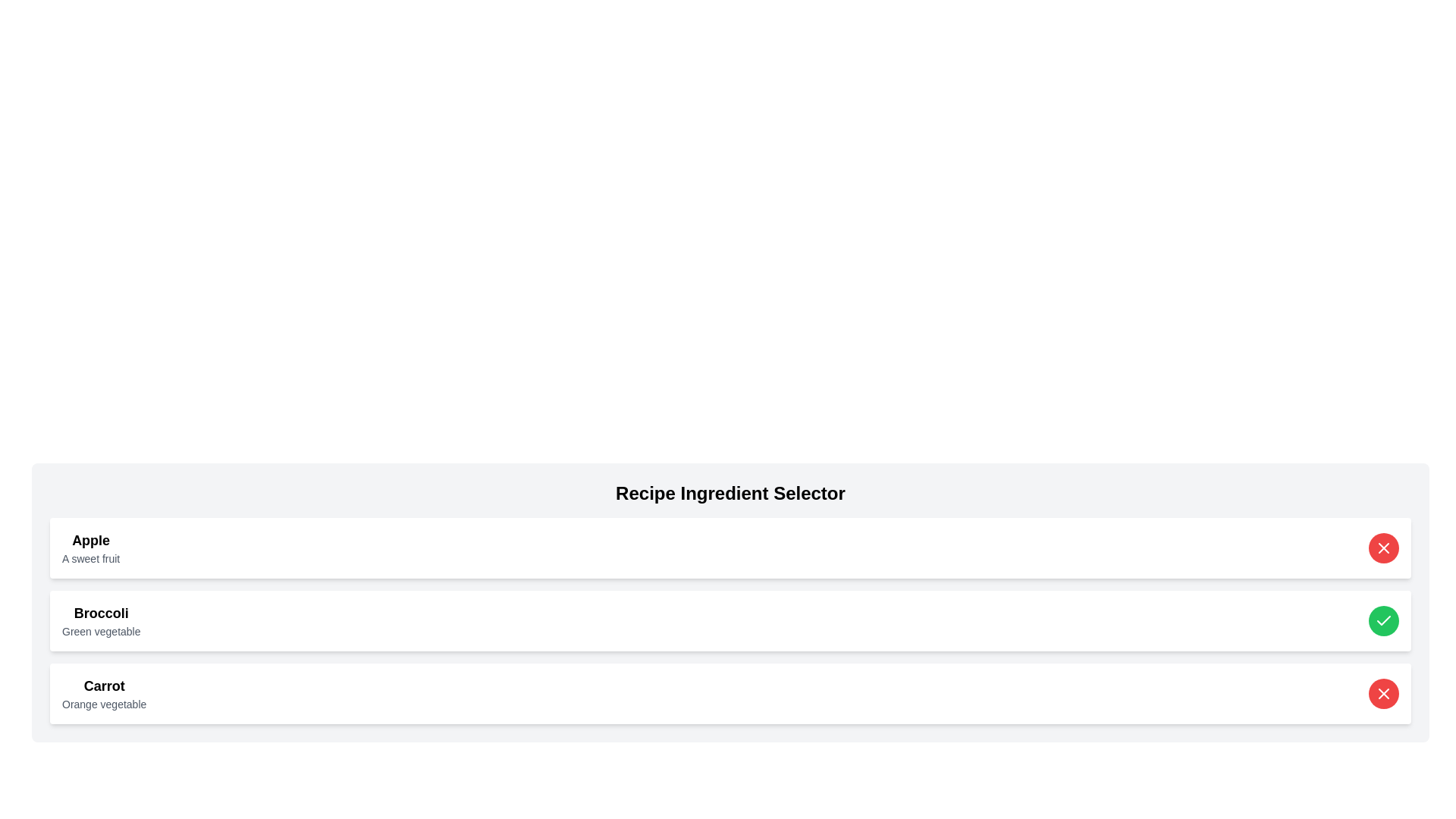  Describe the element at coordinates (730, 620) in the screenshot. I see `the green checkmark on the List Item Component representing 'Broccoli' to deselect it` at that location.